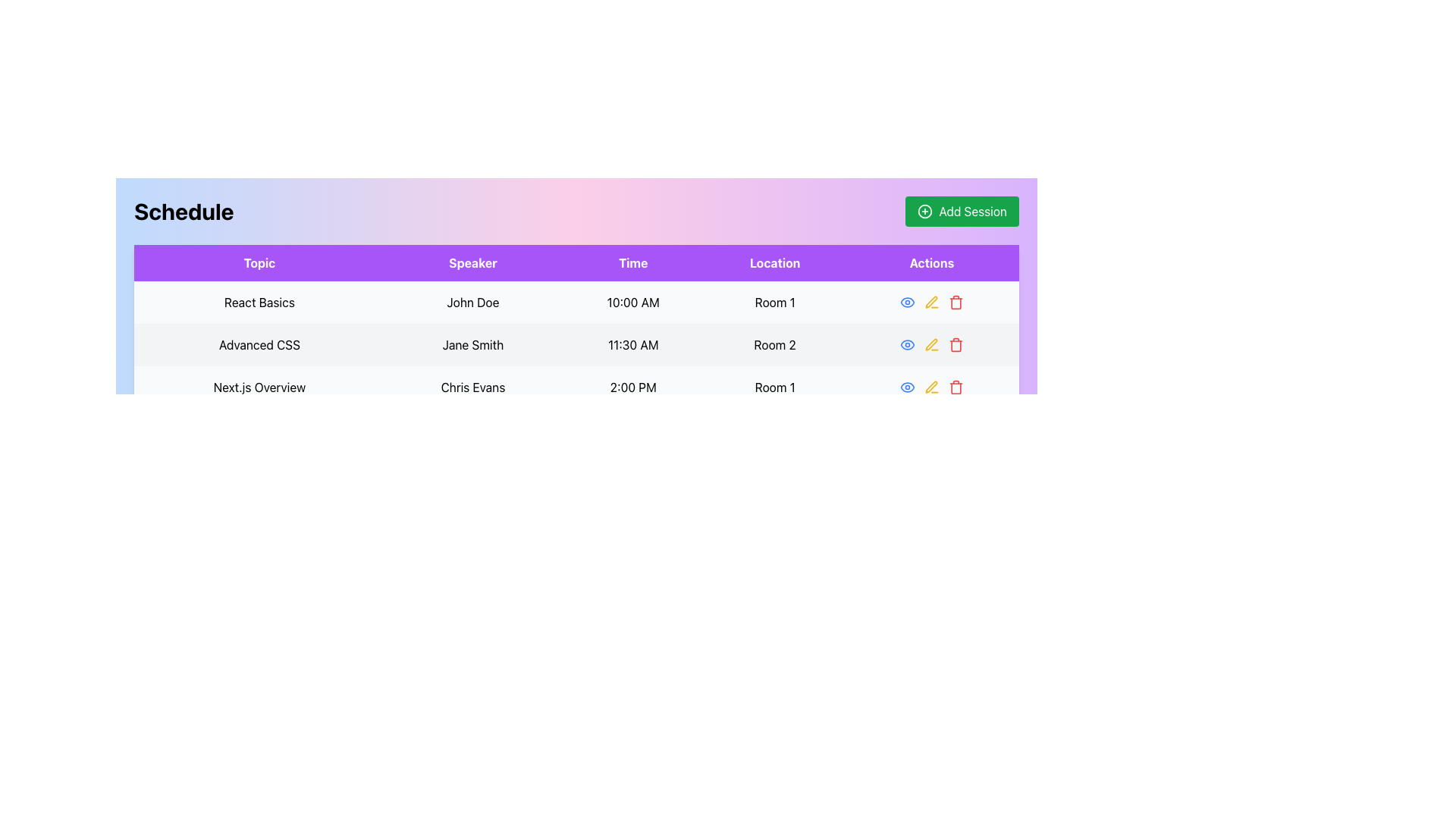 This screenshot has width=1456, height=819. I want to click on the trash icon button located in the 'Actions' column of the second row corresponding to 'Advanced CSS', so click(955, 346).